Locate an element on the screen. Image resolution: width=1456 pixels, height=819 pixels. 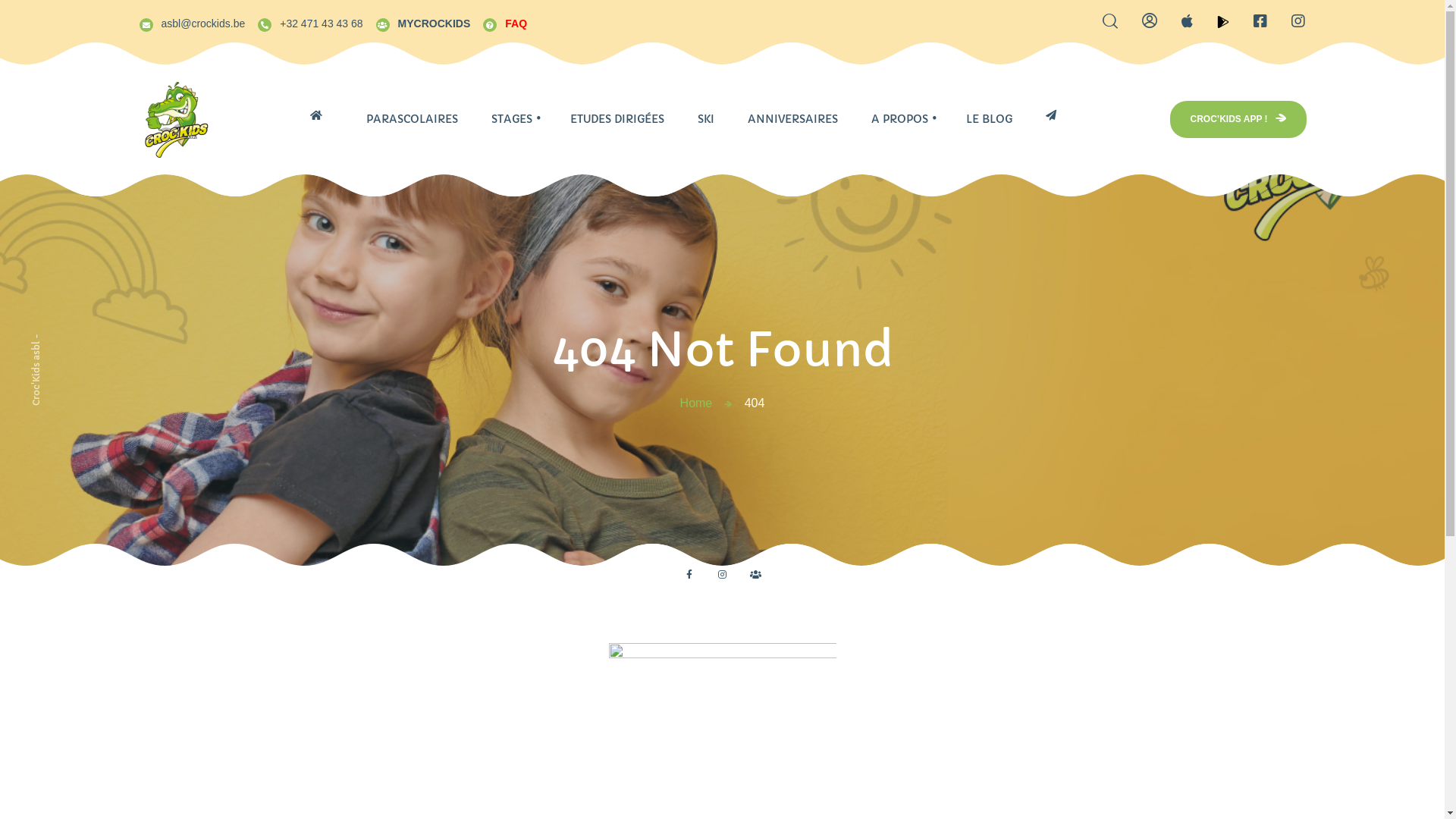
' ' is located at coordinates (1028, 114).